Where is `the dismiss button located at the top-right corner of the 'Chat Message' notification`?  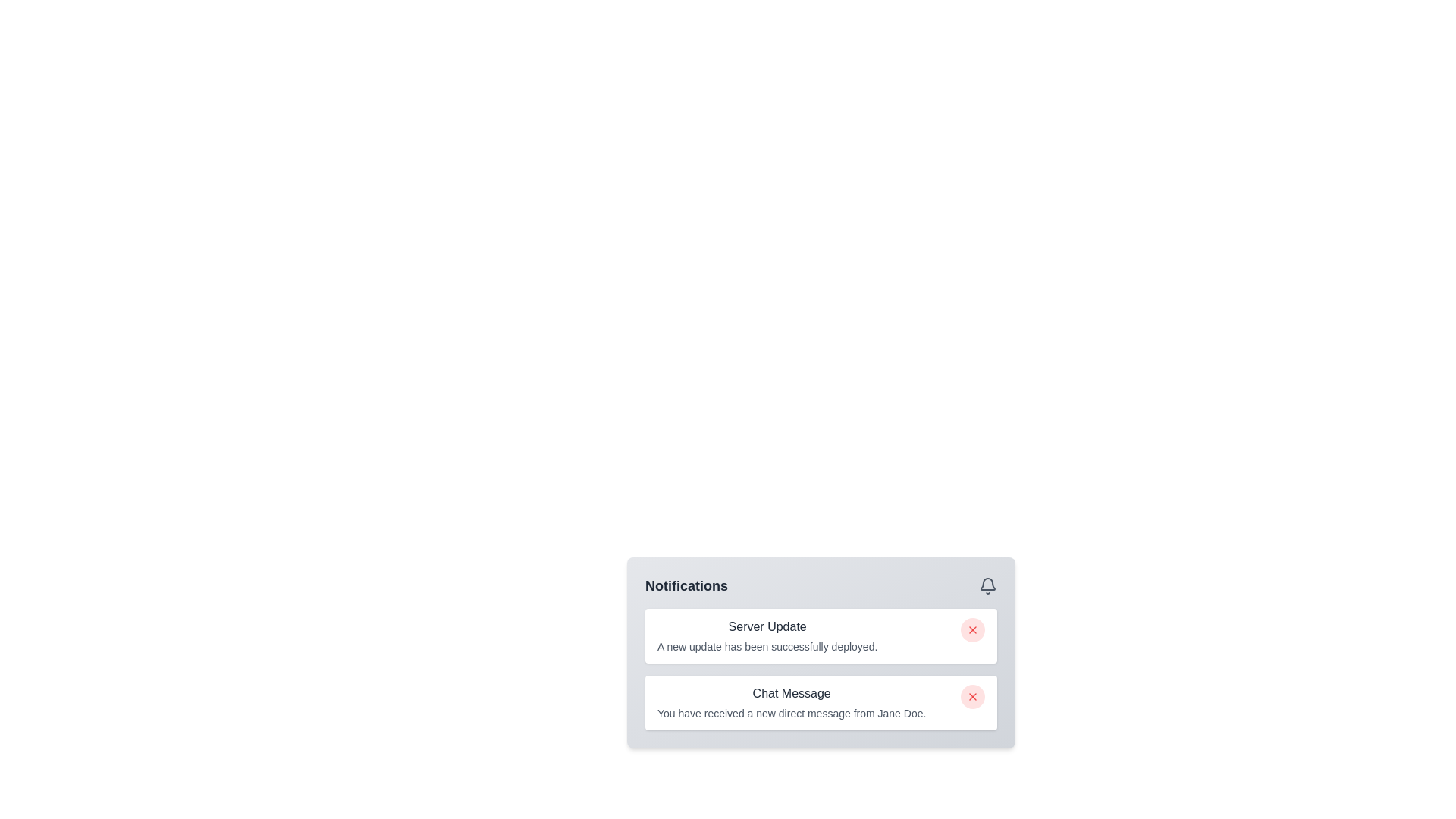
the dismiss button located at the top-right corner of the 'Chat Message' notification is located at coordinates (972, 696).